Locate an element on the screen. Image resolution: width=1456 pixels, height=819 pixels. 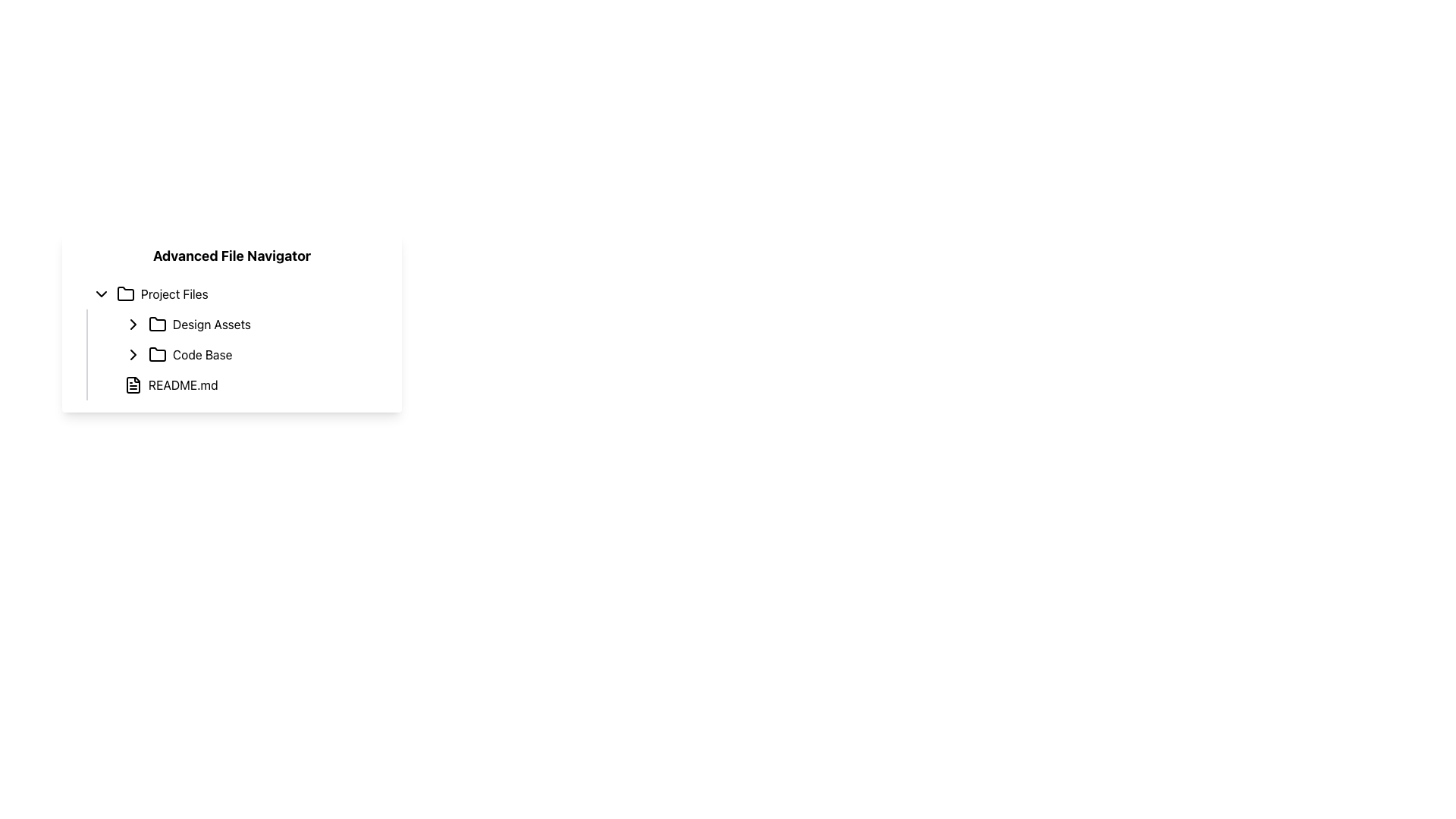
the static text label that indicates a selectable folder or category within the file navigator, positioned below 'Project Files' and above 'Code Base' is located at coordinates (211, 324).